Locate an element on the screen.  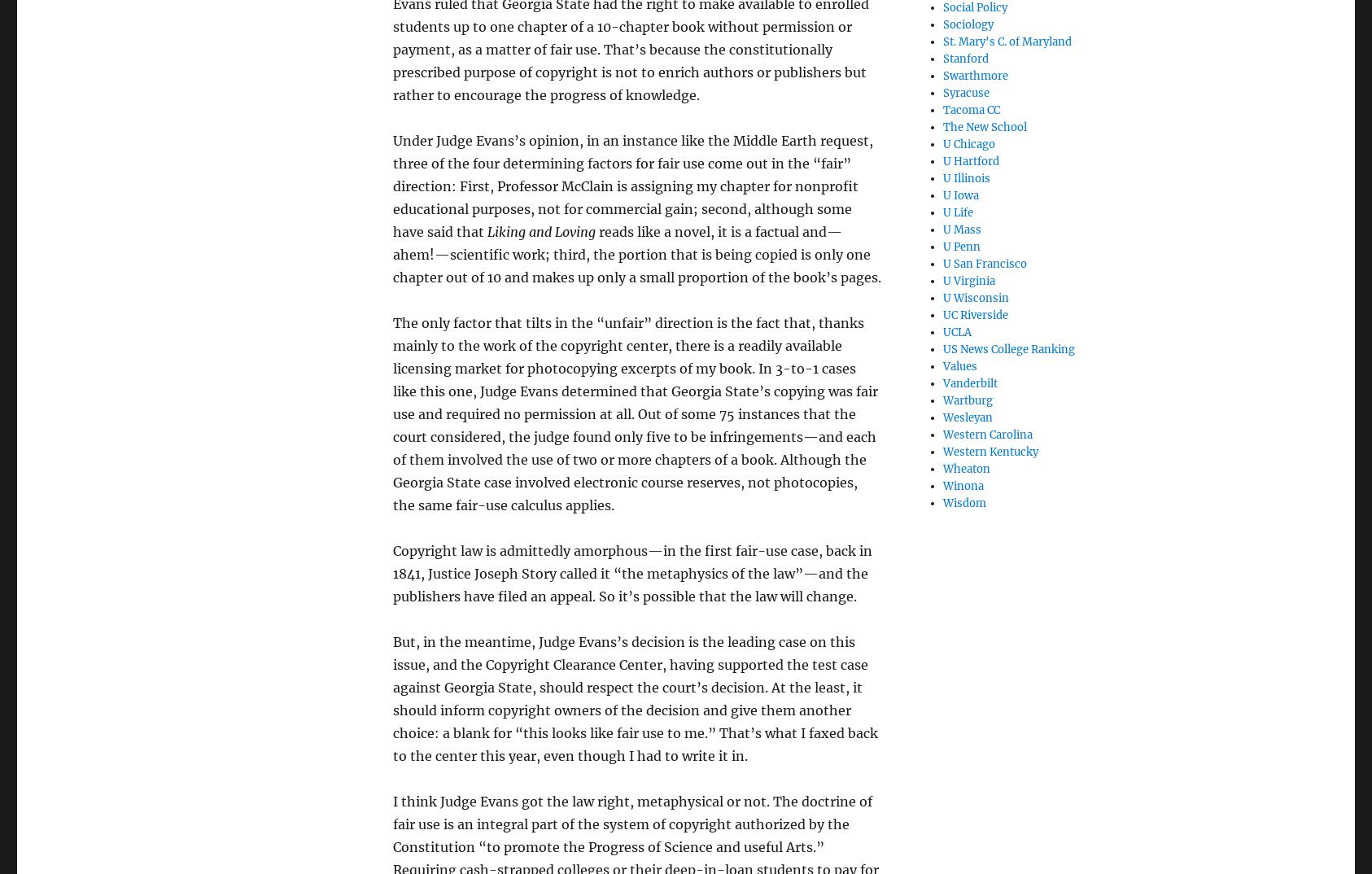
'Wesleyan' is located at coordinates (942, 417).